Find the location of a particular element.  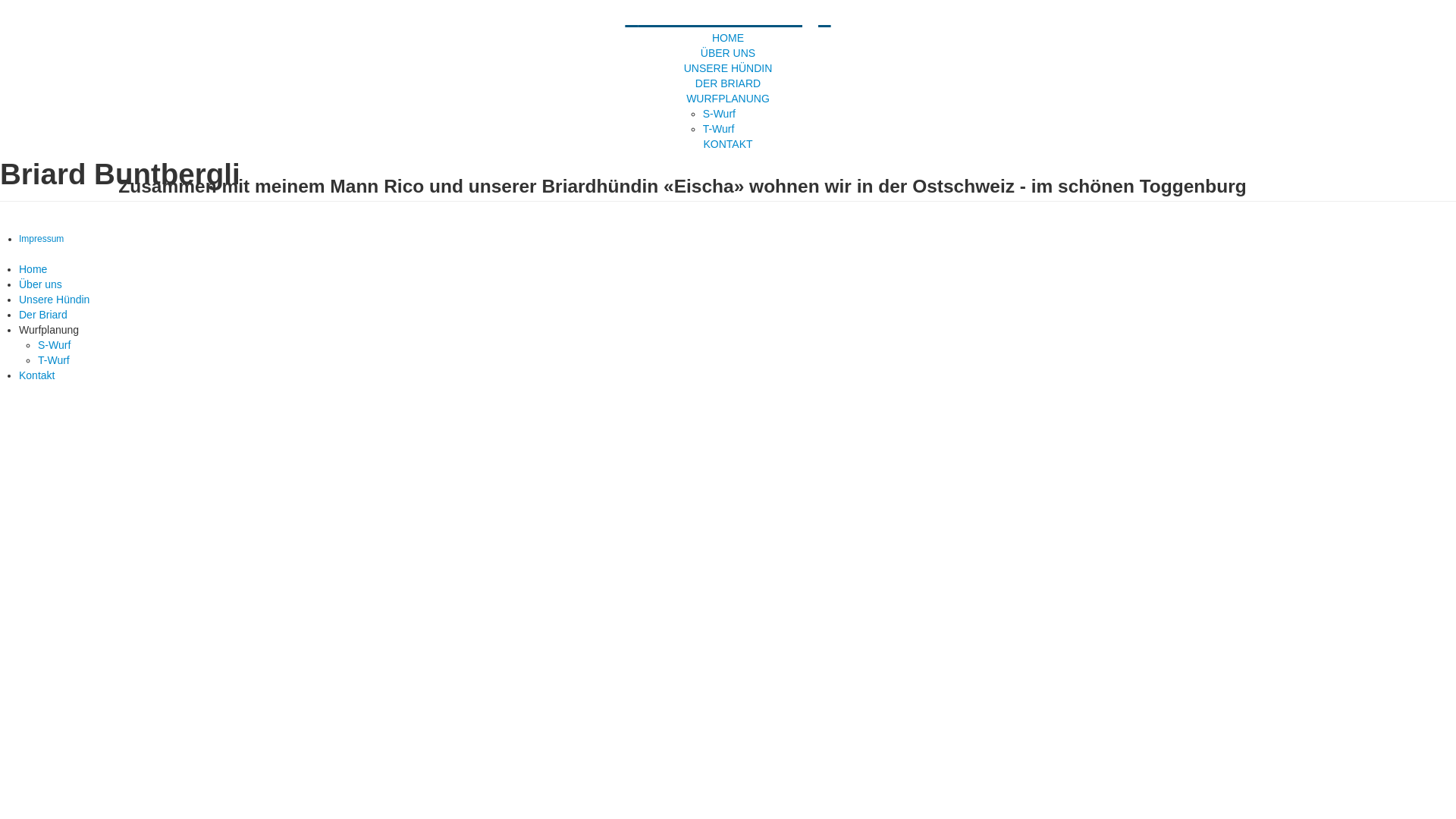

'S-Wurf' is located at coordinates (54, 345).